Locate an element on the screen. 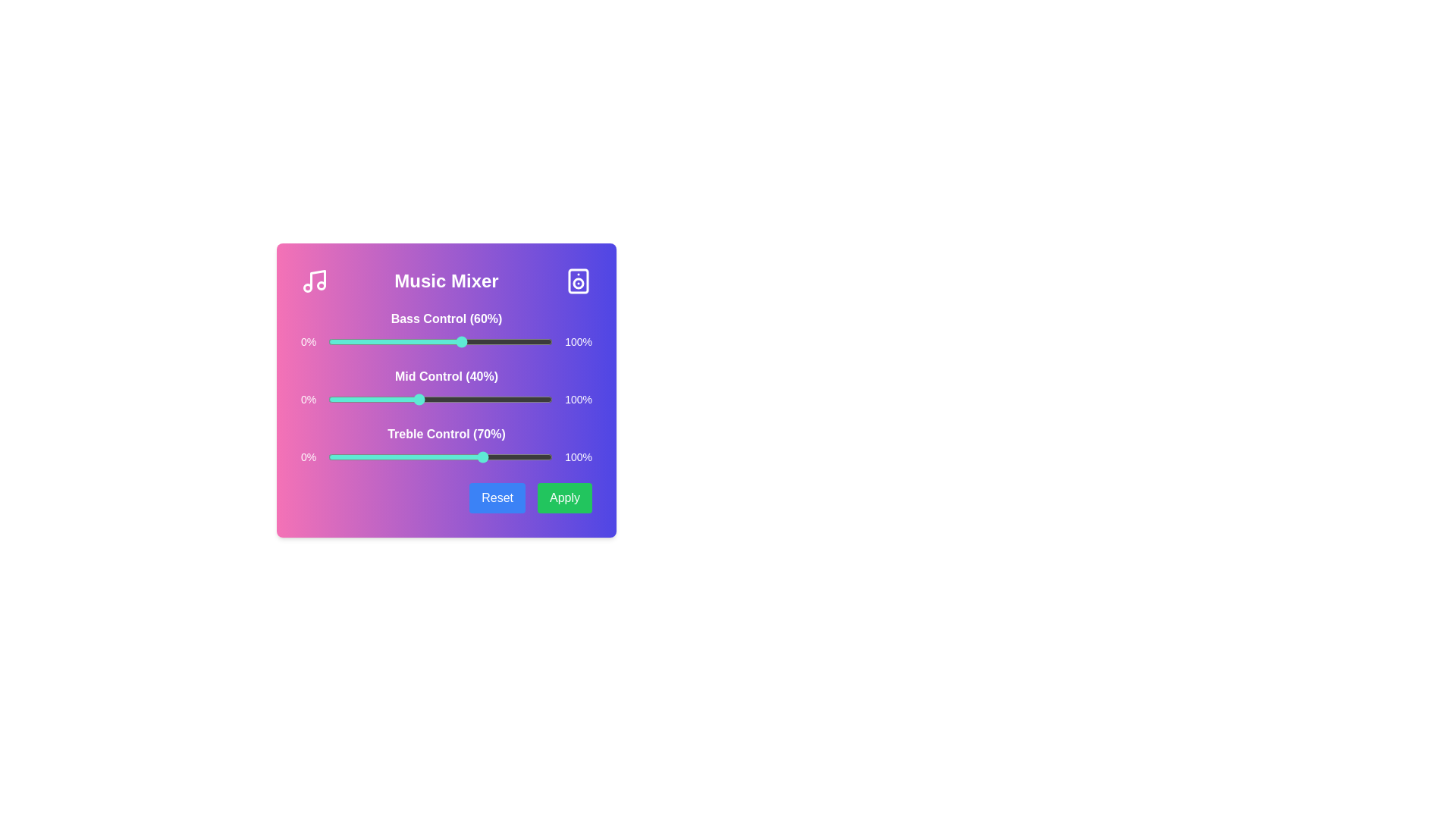 Image resolution: width=1456 pixels, height=819 pixels. the speaker icon in the header of the music mixer panel is located at coordinates (578, 281).